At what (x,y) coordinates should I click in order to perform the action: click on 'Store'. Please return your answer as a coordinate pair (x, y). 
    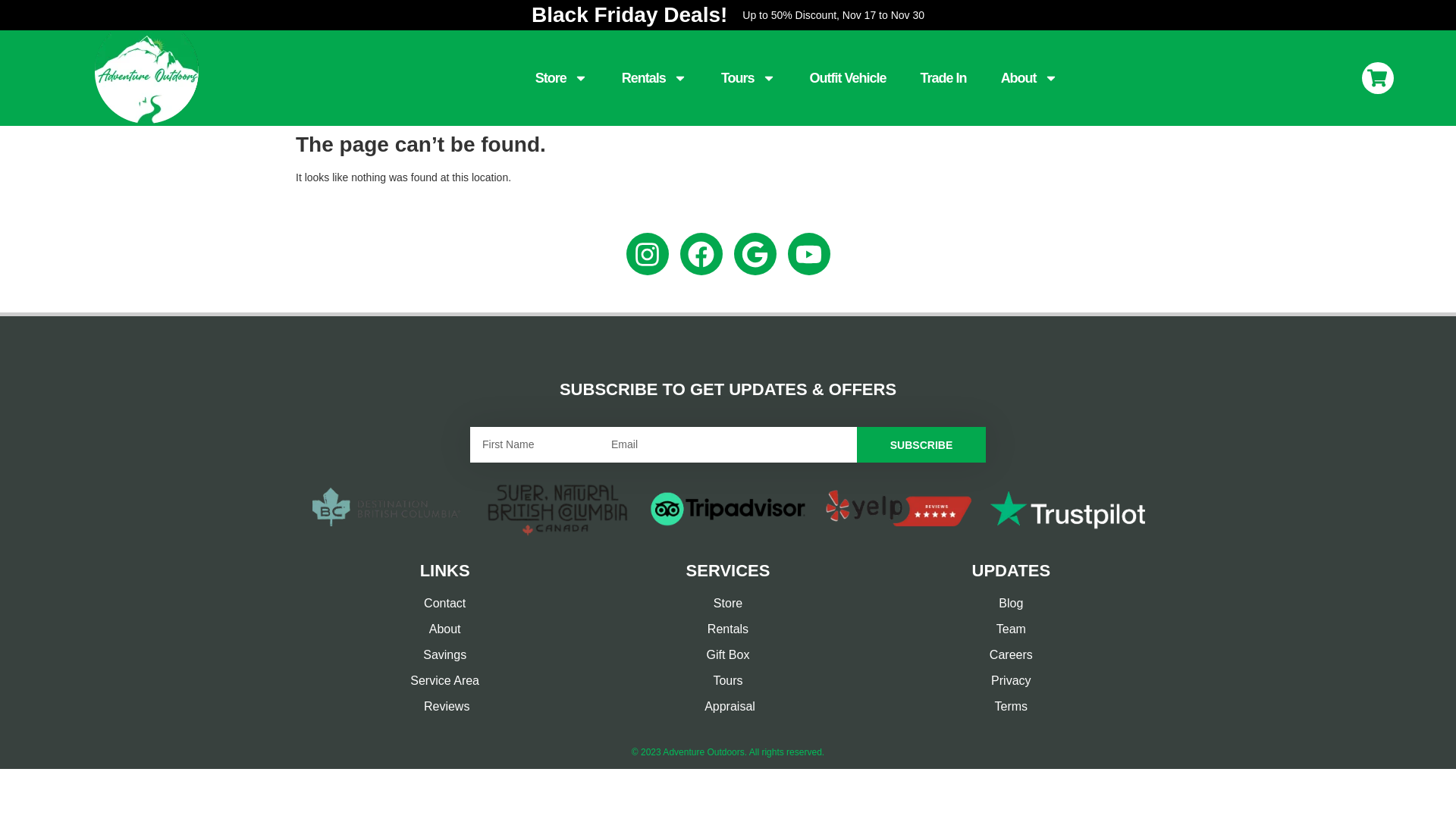
    Looking at the image, I should click on (535, 78).